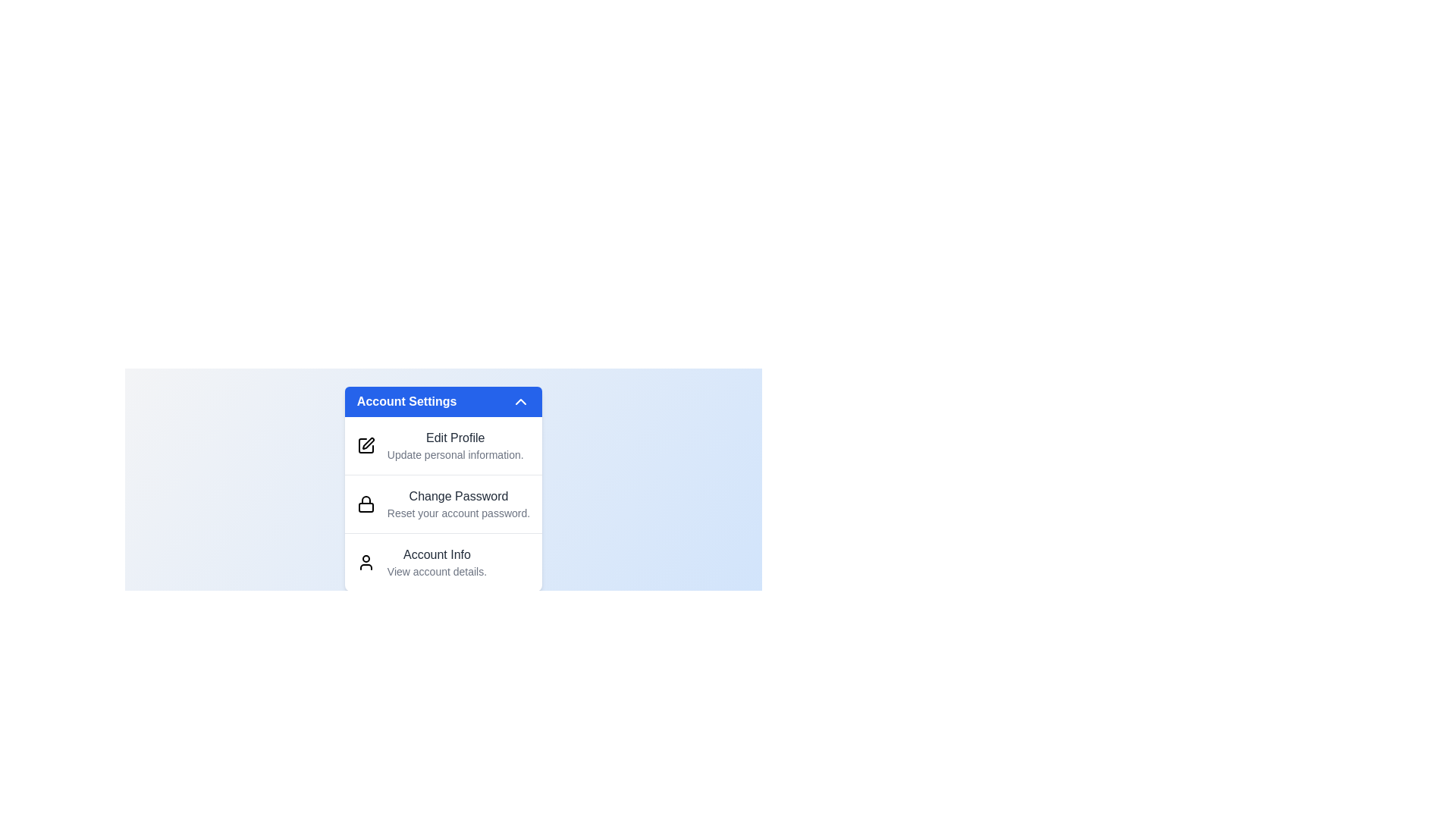 The image size is (1456, 819). Describe the element at coordinates (443, 400) in the screenshot. I see `the 'Account Settings' button to toggle the menu visibility` at that location.